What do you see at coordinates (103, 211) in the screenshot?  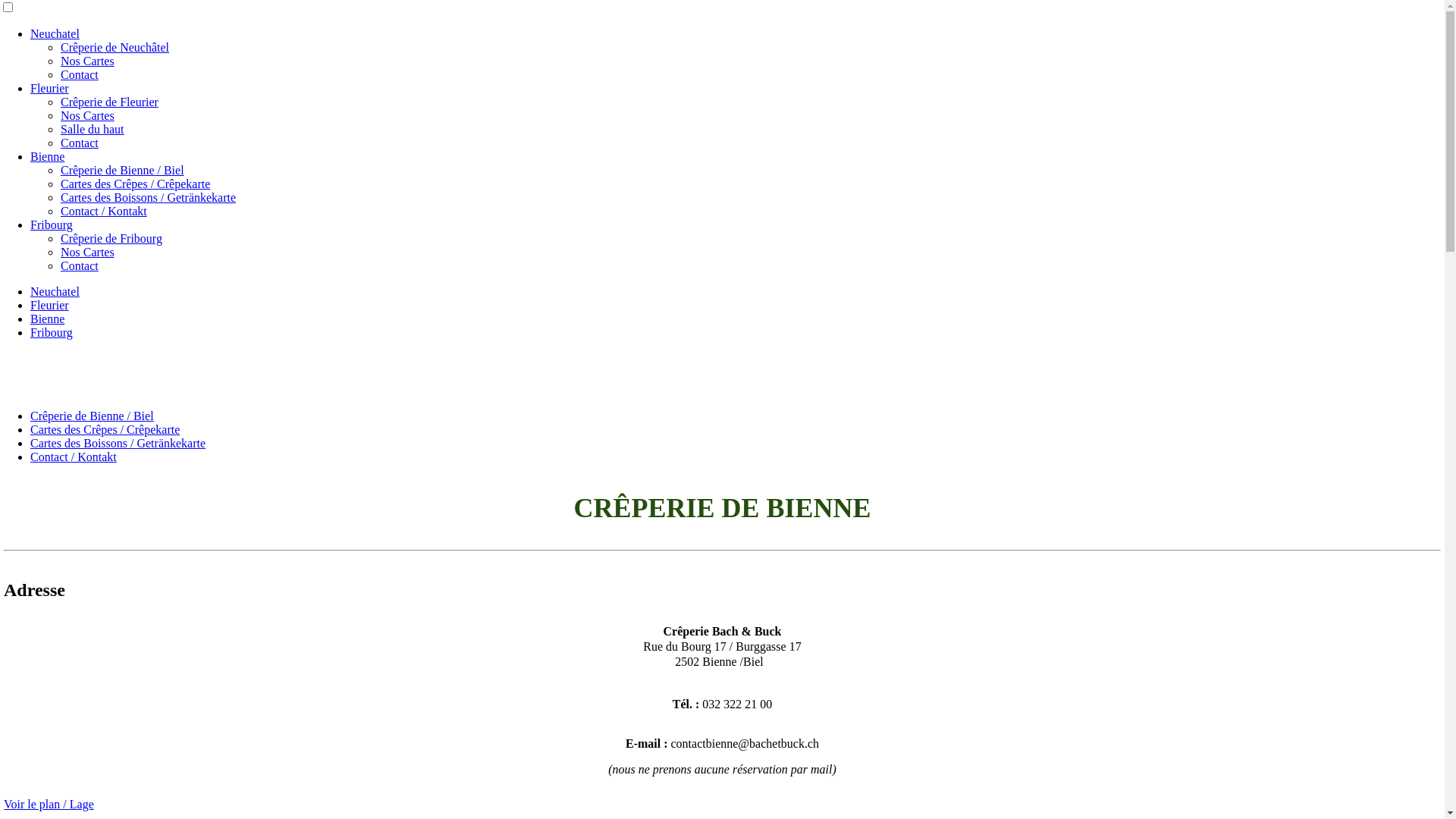 I see `'Contact / Kontakt'` at bounding box center [103, 211].